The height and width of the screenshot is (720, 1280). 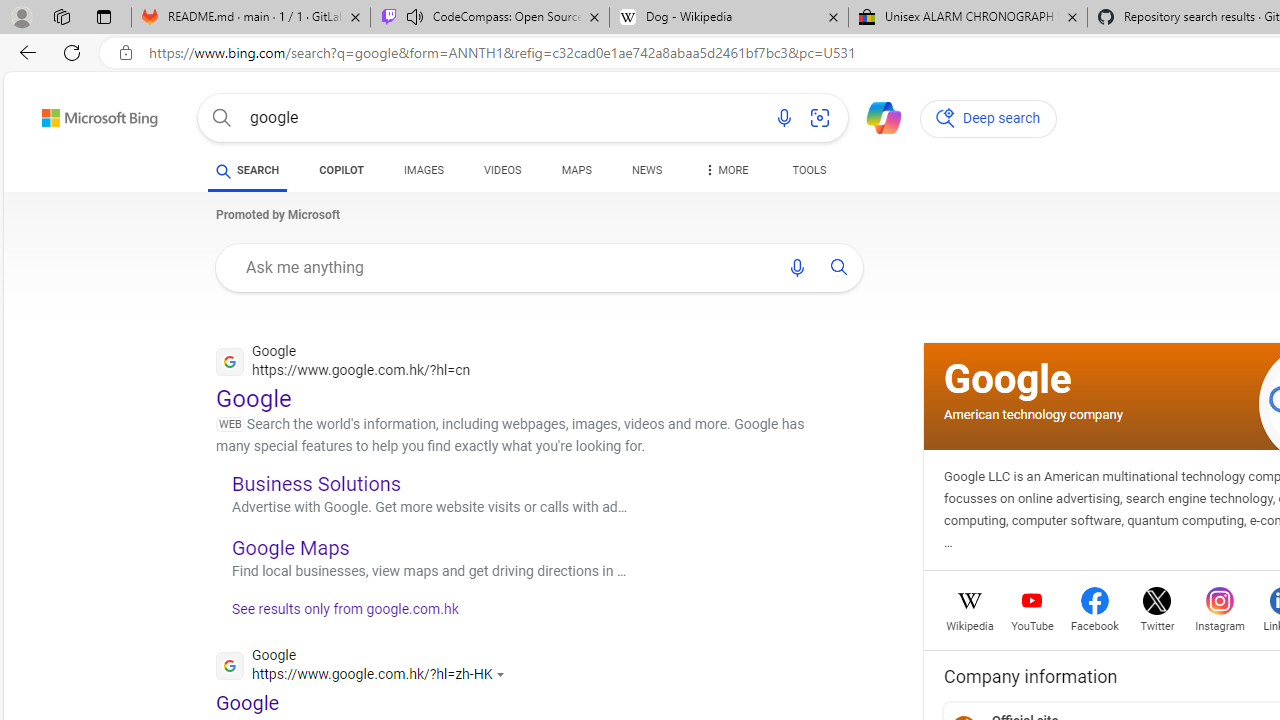 I want to click on 'Back to Bing search', so click(x=86, y=114).